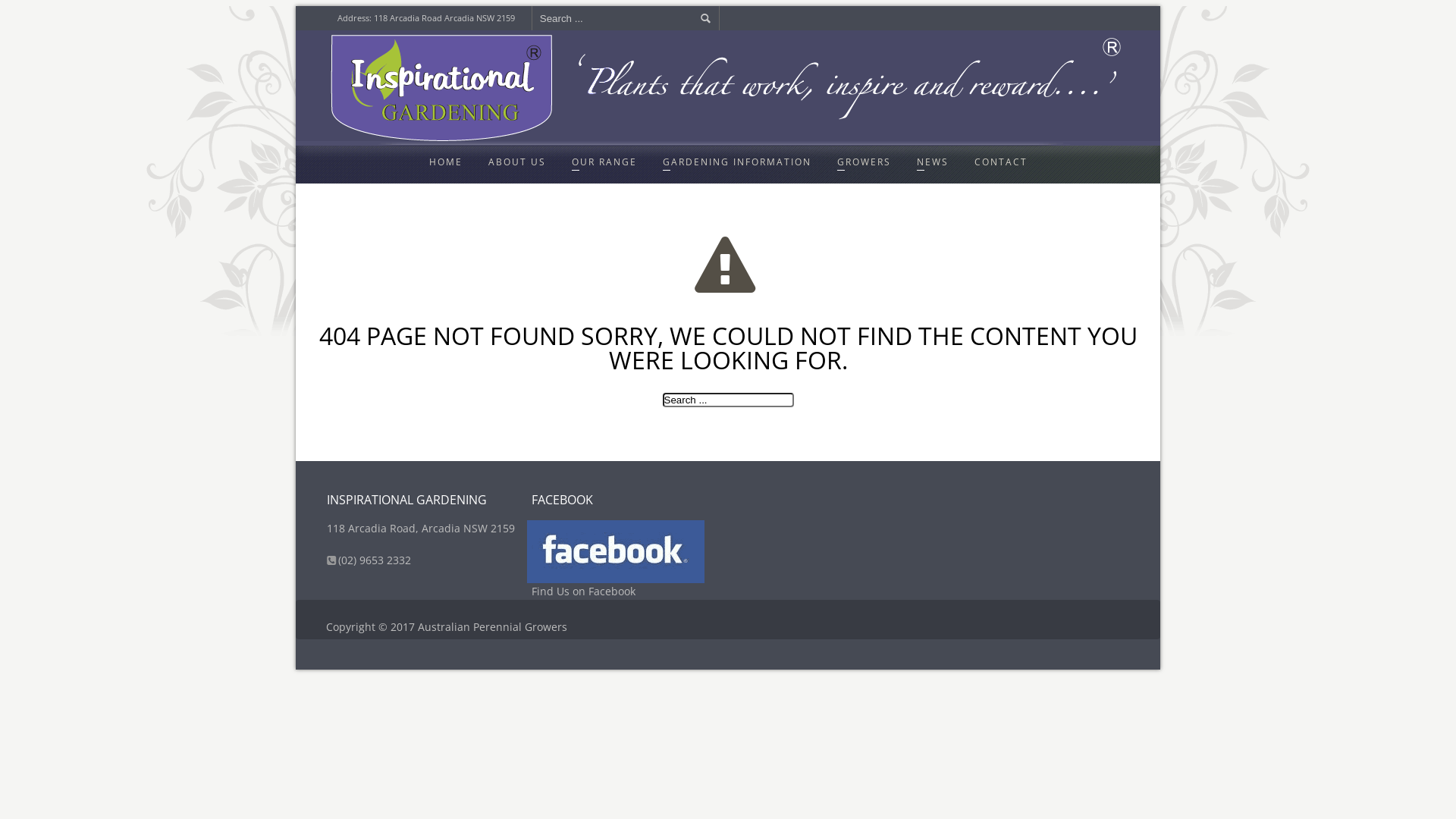 The height and width of the screenshot is (819, 1456). I want to click on 'HOME', so click(445, 162).